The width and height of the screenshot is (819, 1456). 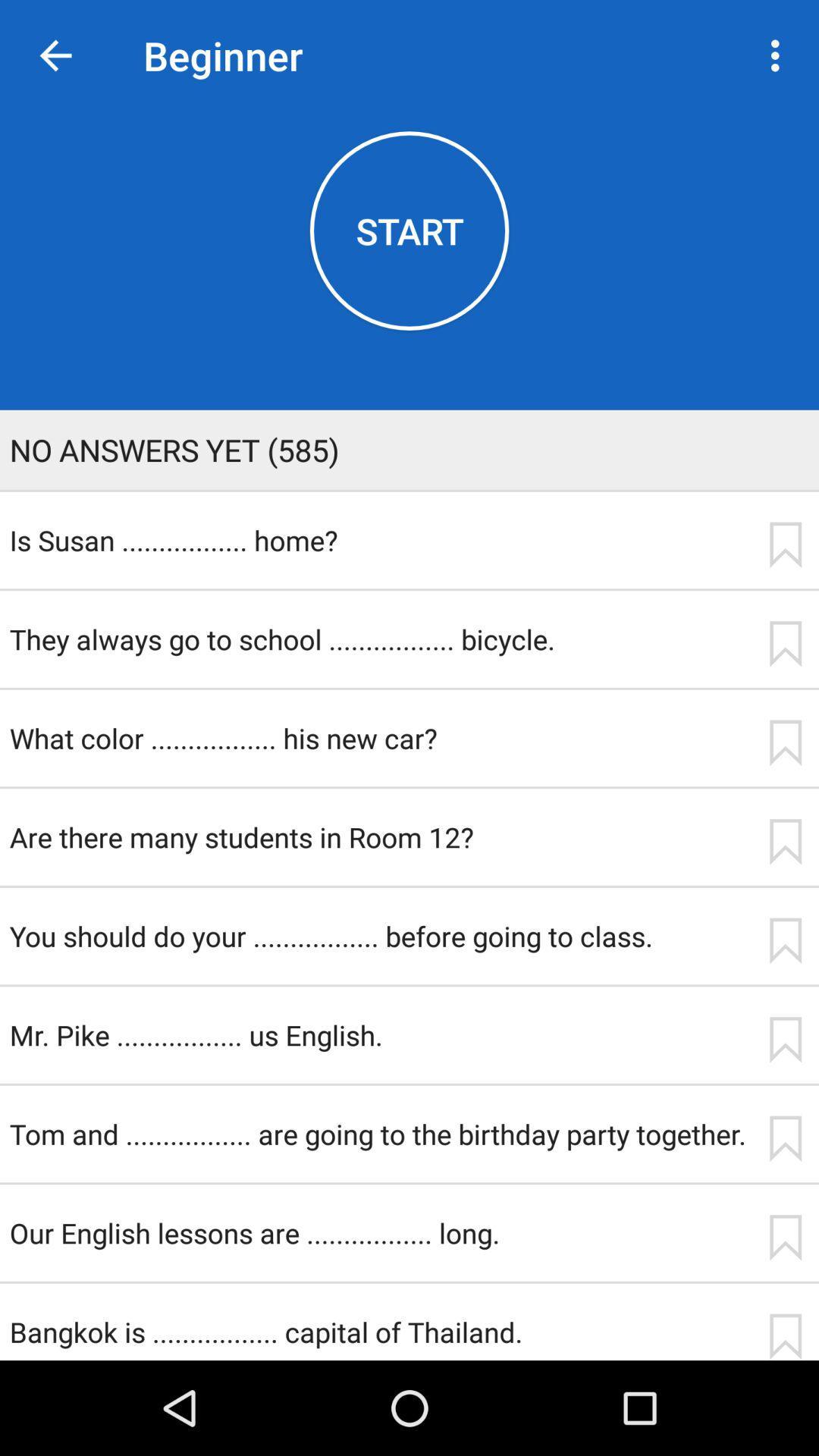 What do you see at coordinates (785, 841) in the screenshot?
I see `bookmark answer` at bounding box center [785, 841].